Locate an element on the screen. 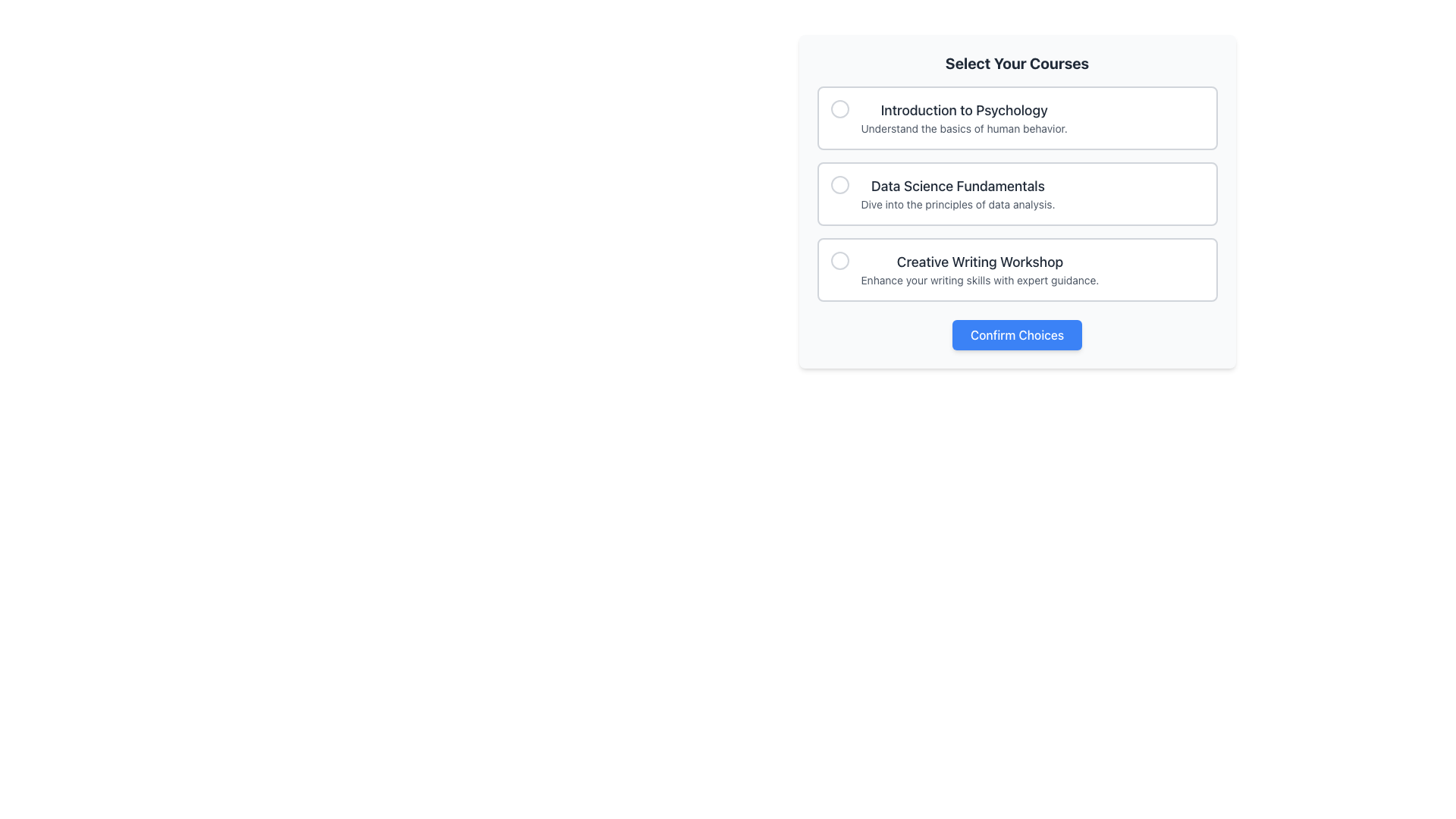 The width and height of the screenshot is (1456, 819). the selectable card for the 'Data Science Fundamentals' course, which is the second item in the course list is located at coordinates (1017, 193).